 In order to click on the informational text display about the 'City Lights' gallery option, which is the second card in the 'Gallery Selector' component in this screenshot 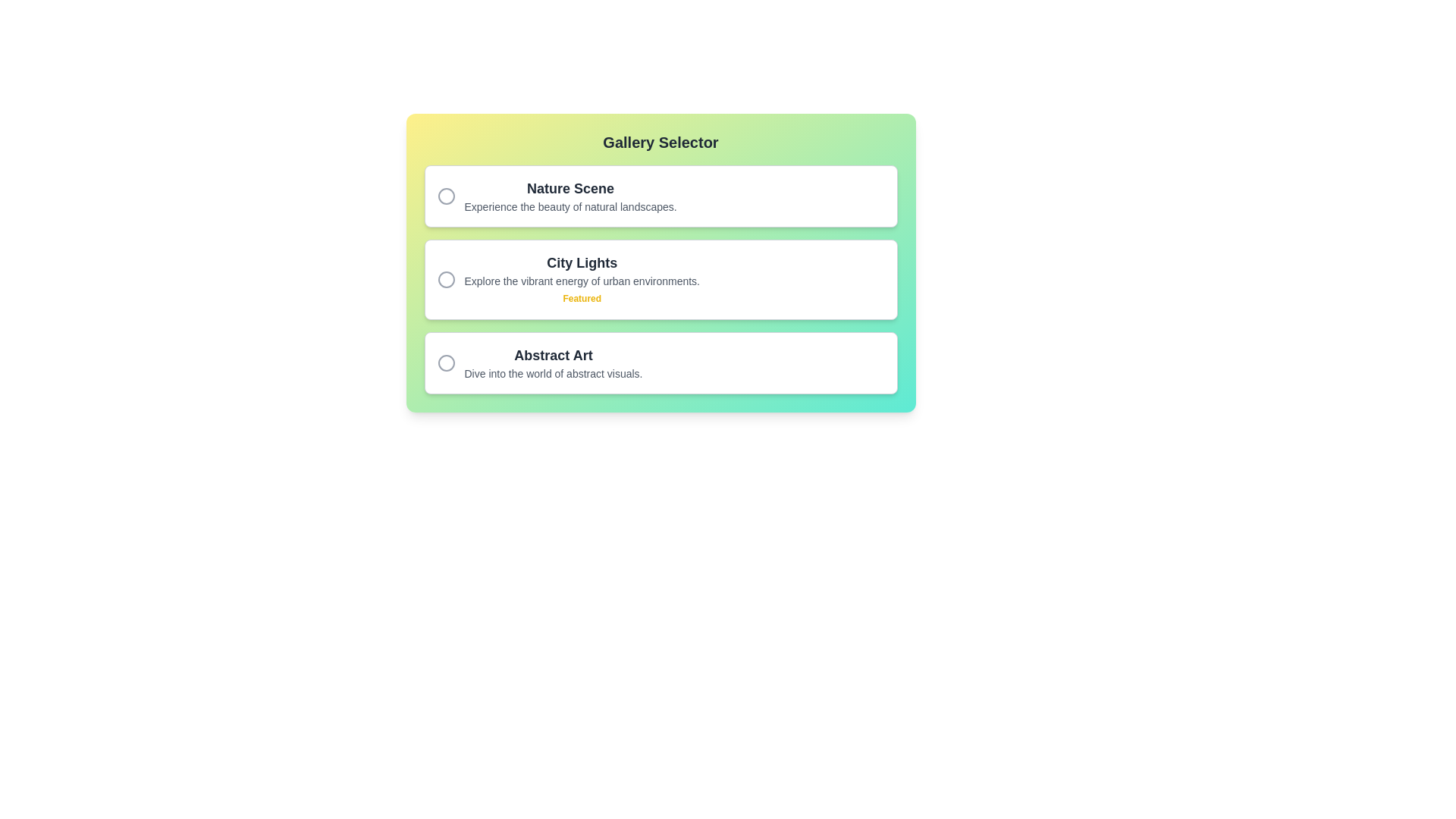, I will do `click(581, 280)`.